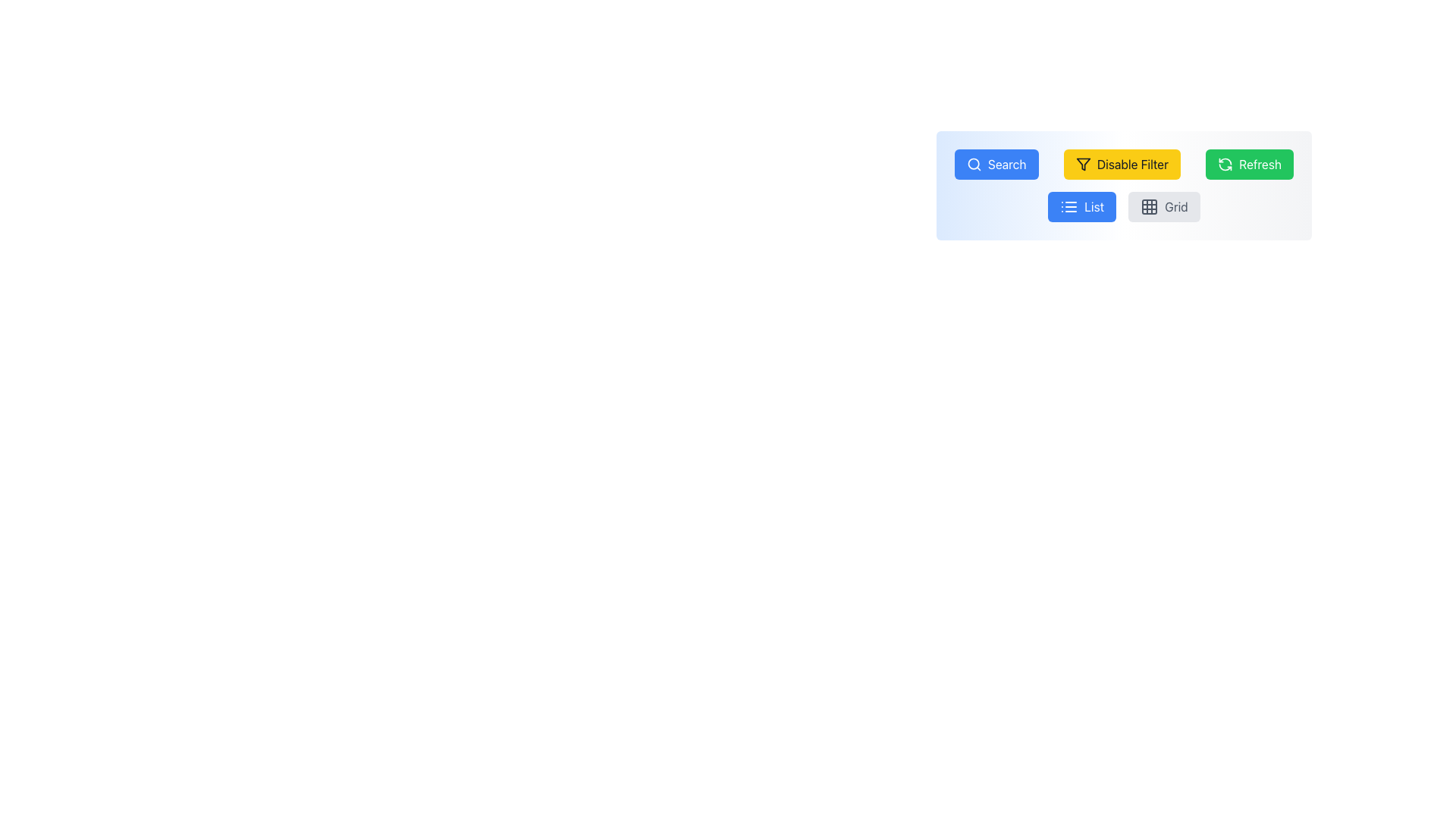 The image size is (1456, 819). What do you see at coordinates (1260, 164) in the screenshot?
I see `the 'Refresh' text label inside the green button located in the top-right area of the user interface` at bounding box center [1260, 164].